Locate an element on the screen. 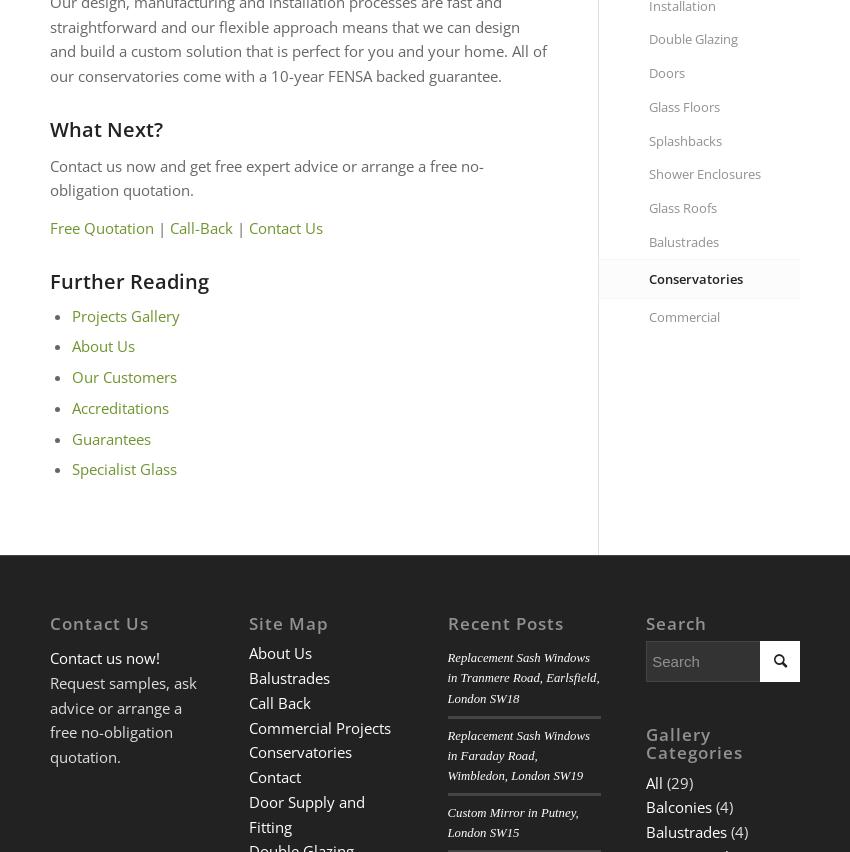  'All' is located at coordinates (654, 781).